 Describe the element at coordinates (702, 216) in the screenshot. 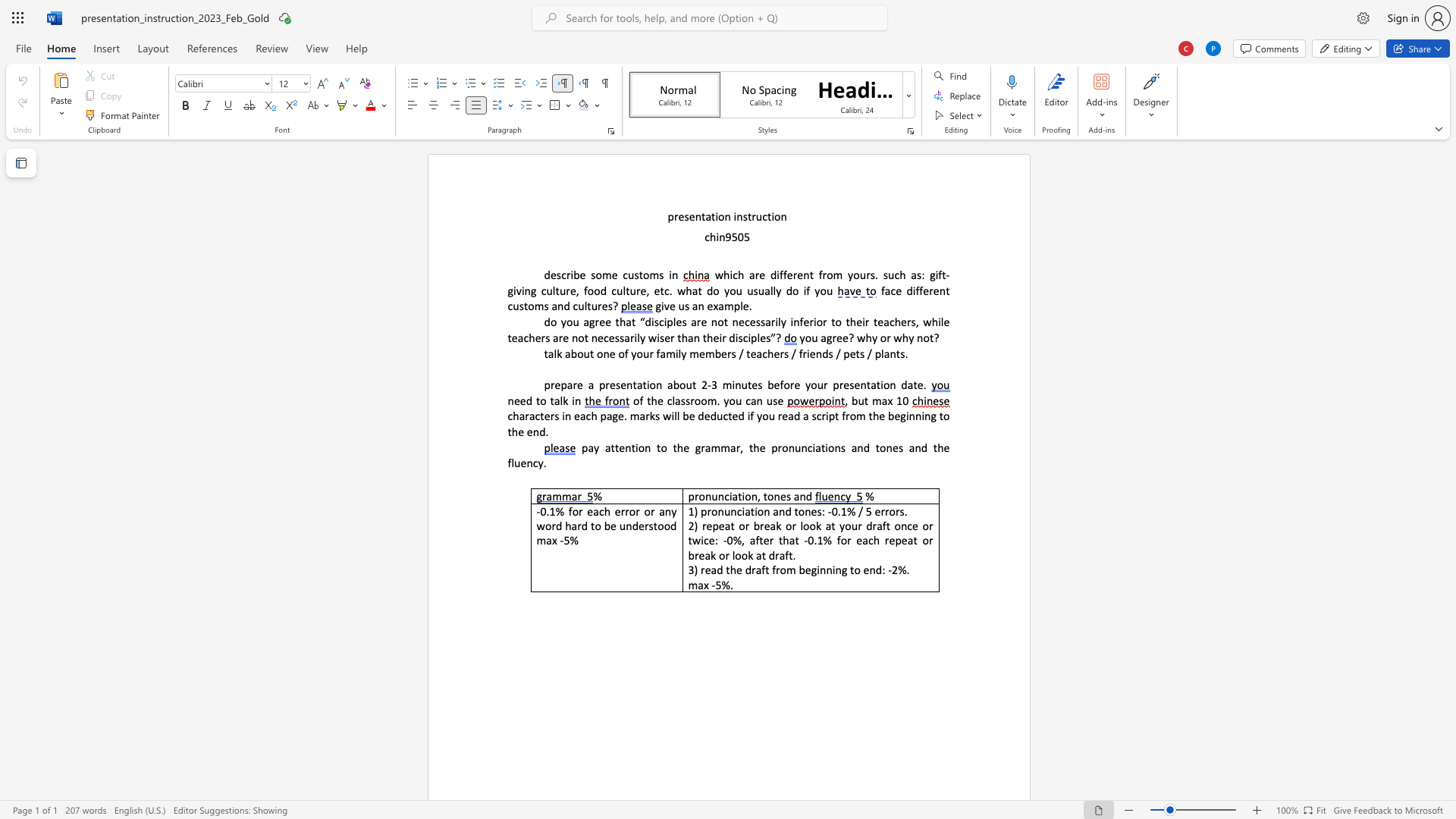

I see `the 1th character "t" in the text` at that location.